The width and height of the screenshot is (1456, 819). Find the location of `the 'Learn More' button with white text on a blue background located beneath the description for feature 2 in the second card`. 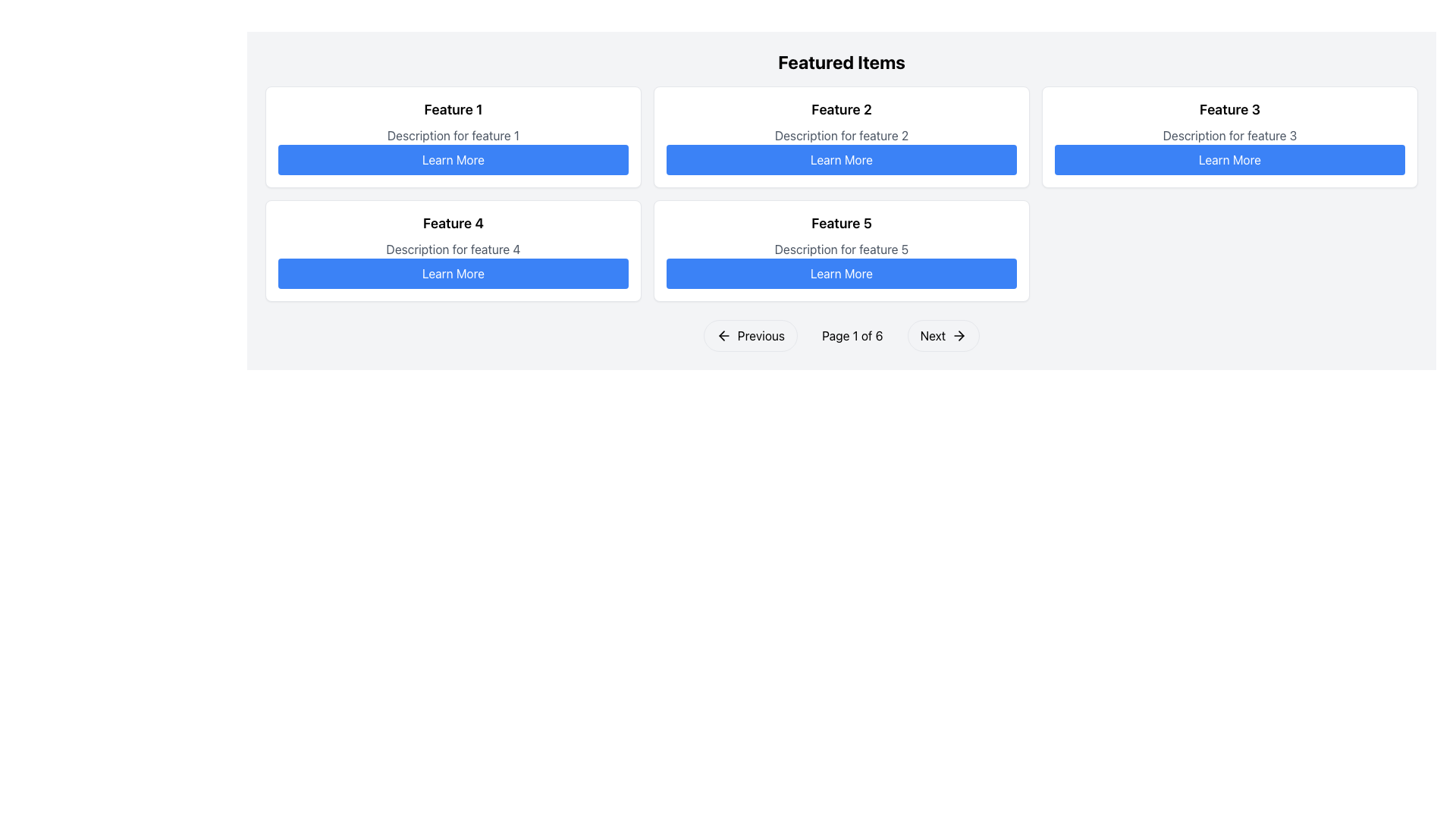

the 'Learn More' button with white text on a blue background located beneath the description for feature 2 in the second card is located at coordinates (840, 160).